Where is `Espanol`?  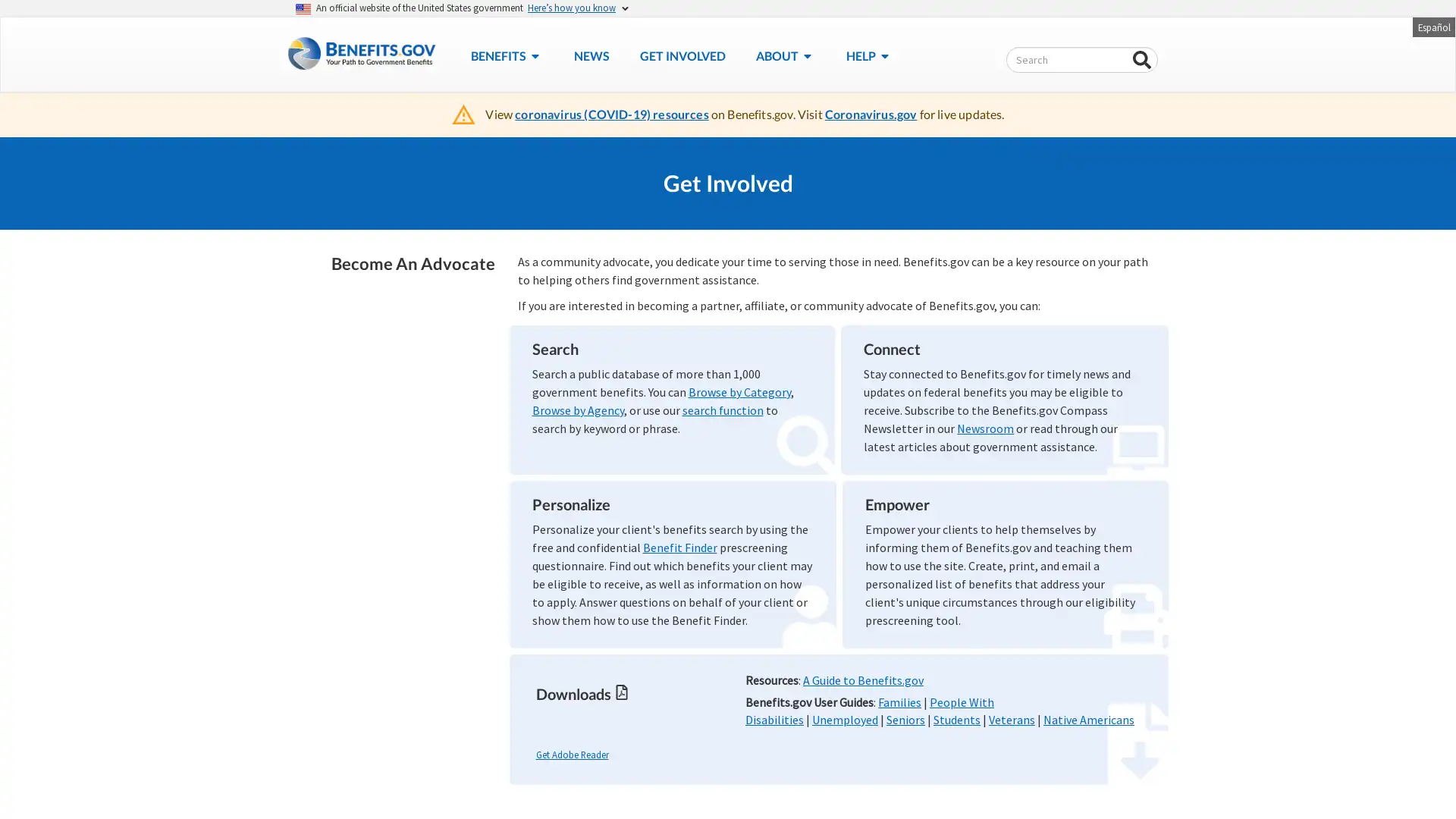
Espanol is located at coordinates (1432, 26).